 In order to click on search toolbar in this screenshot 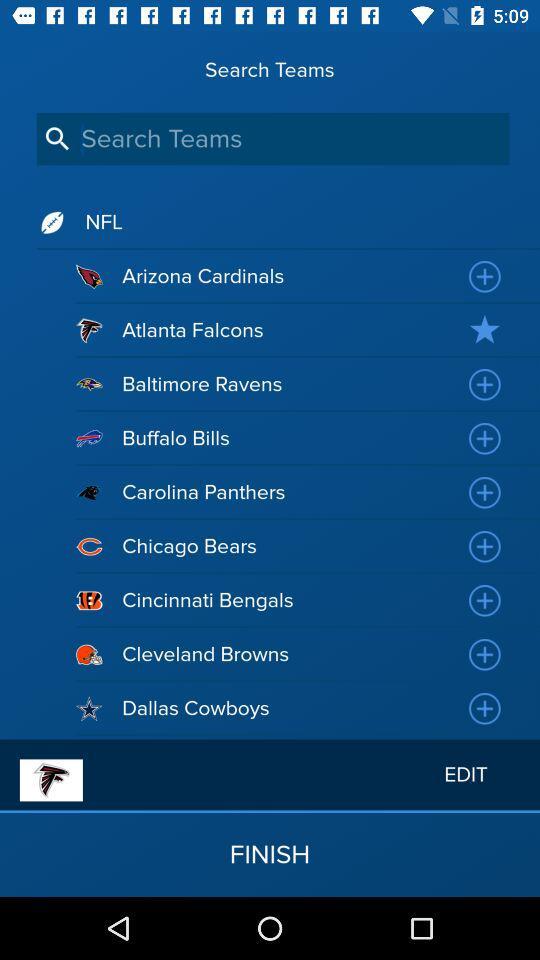, I will do `click(272, 138)`.